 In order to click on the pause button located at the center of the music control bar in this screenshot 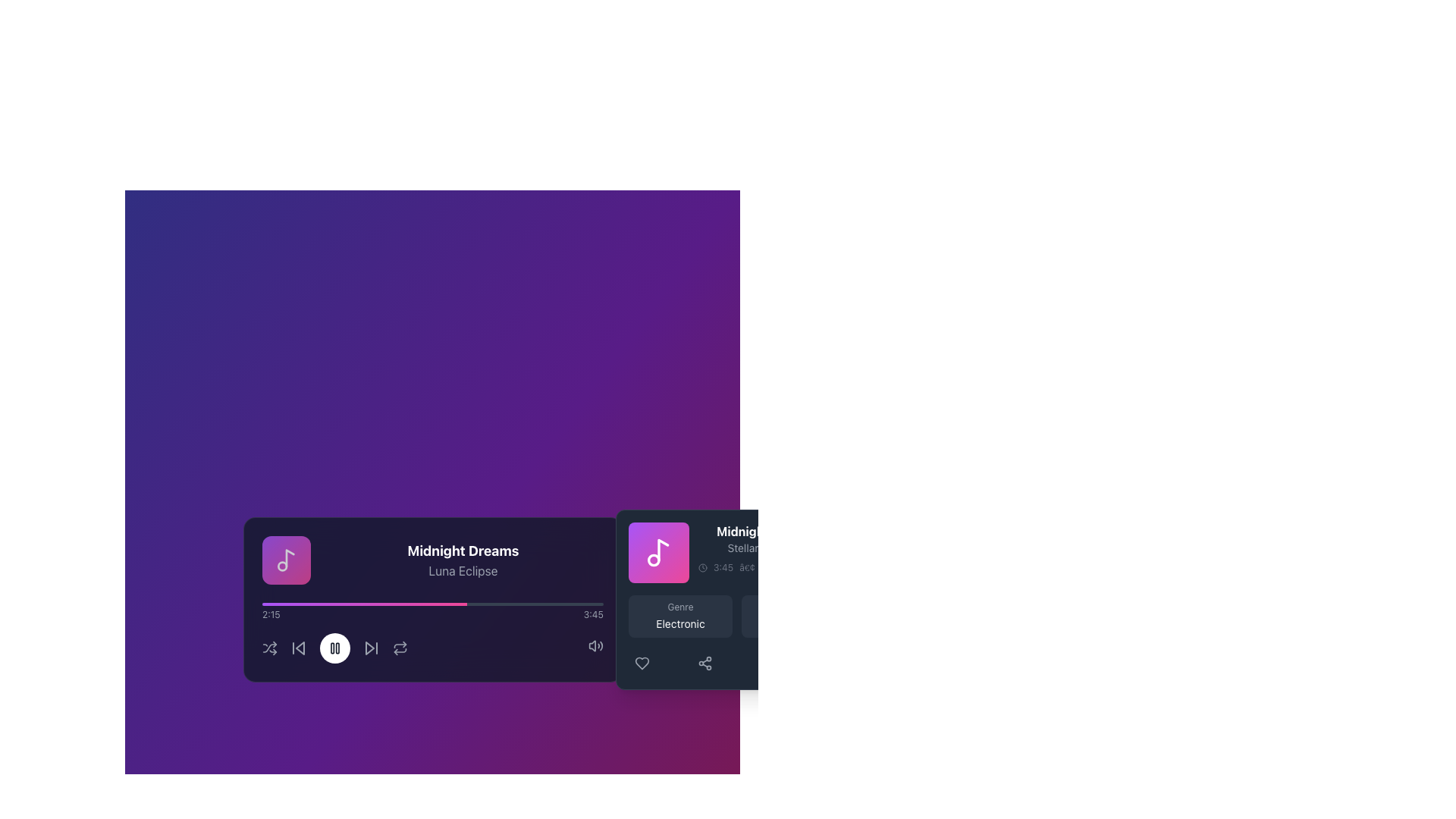, I will do `click(334, 648)`.